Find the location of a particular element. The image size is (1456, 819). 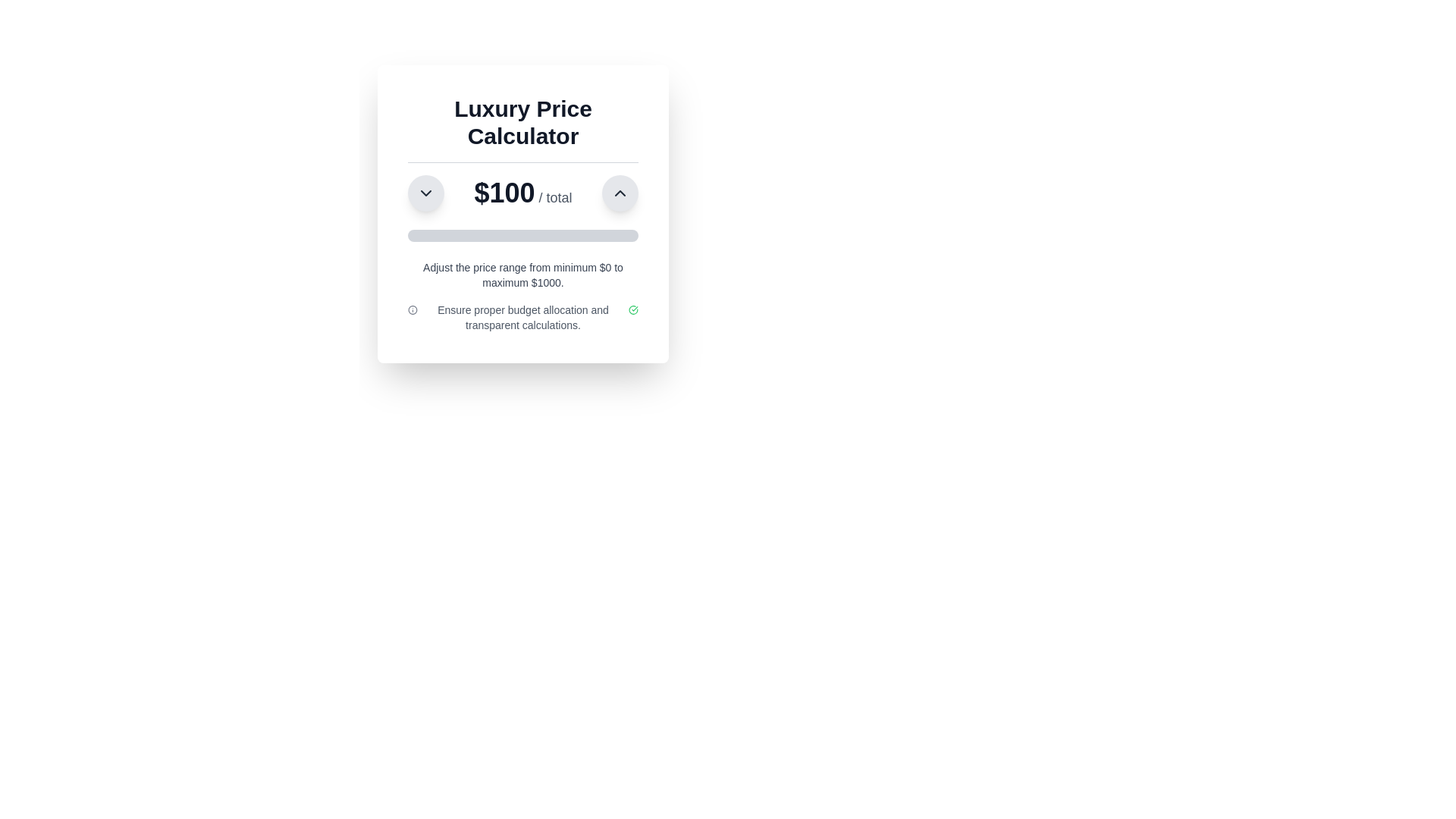

the horizontal progress bar with rounded edges, filled with gold, located below the '$100 / total' text and above the label 'Adjust the price range from minimum $0 to maximum $1000.' in the 'Luxury Price Calculator' card is located at coordinates (523, 236).